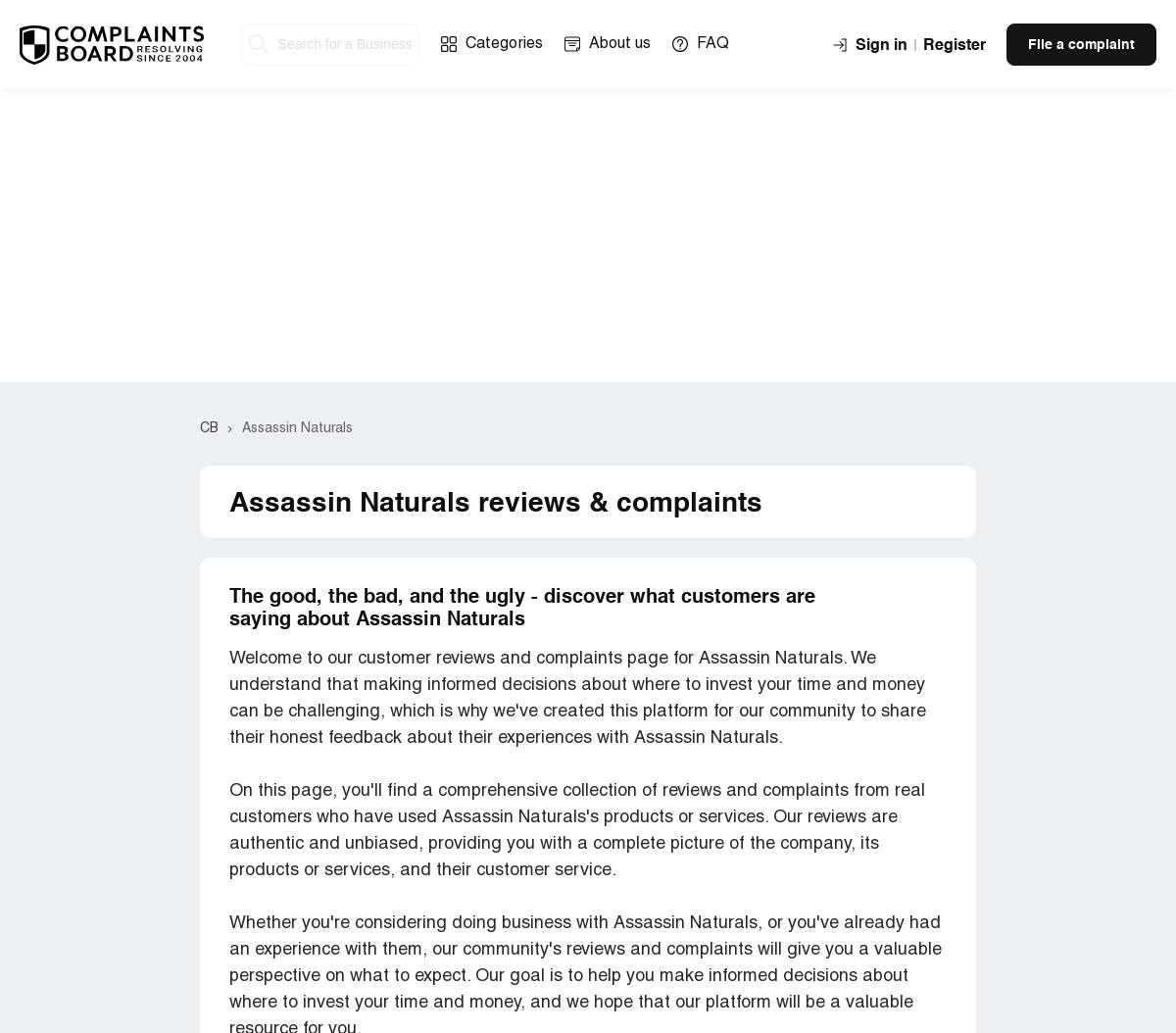 The height and width of the screenshot is (1033, 1176). What do you see at coordinates (356, 470) in the screenshot?
I see `'We are here to help'` at bounding box center [356, 470].